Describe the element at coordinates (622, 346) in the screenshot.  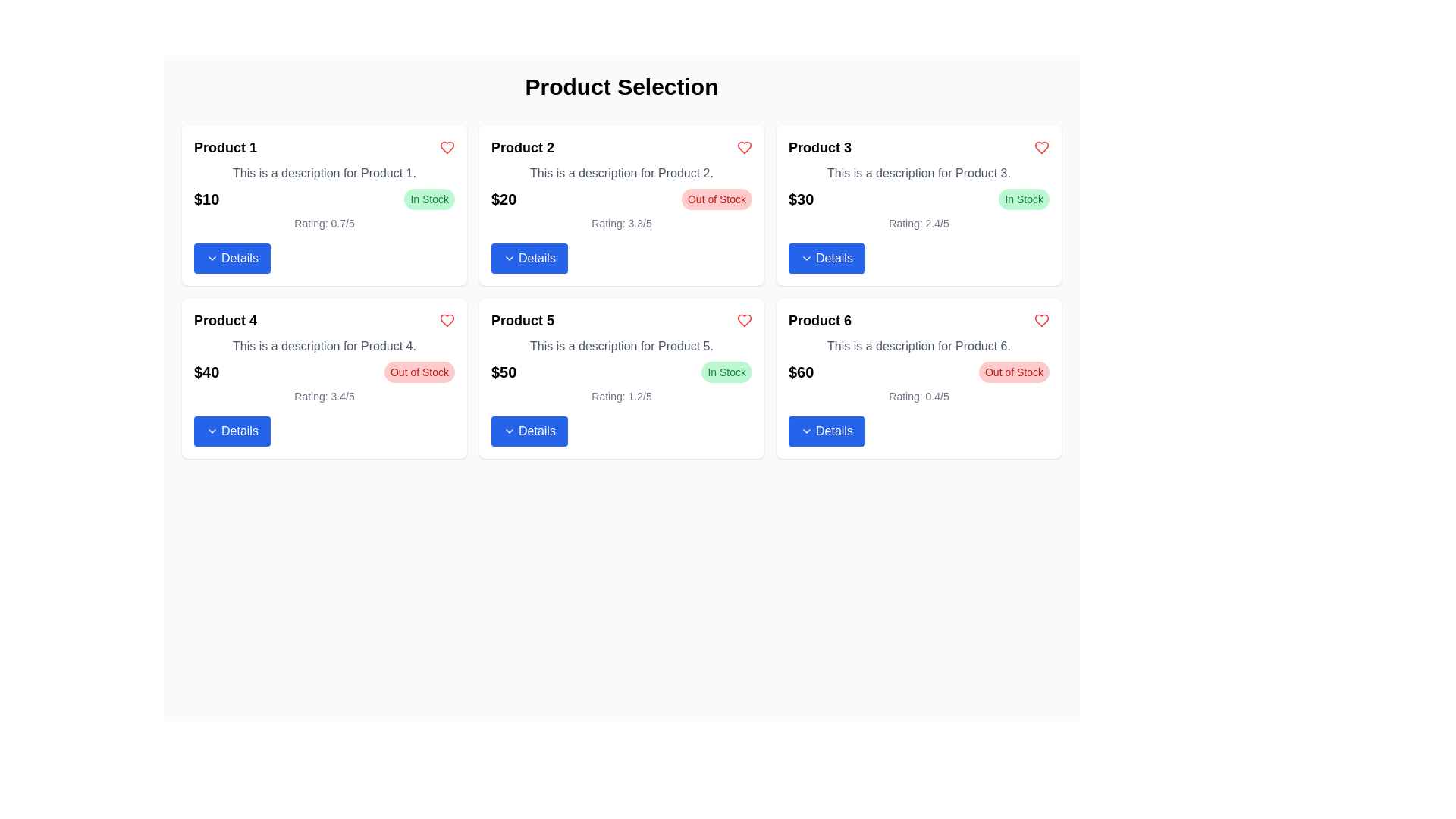
I see `the descriptive text element for 'Product 5' located in the middle section of the grid layout, situated beneath the product title and above the price and stock information` at that location.